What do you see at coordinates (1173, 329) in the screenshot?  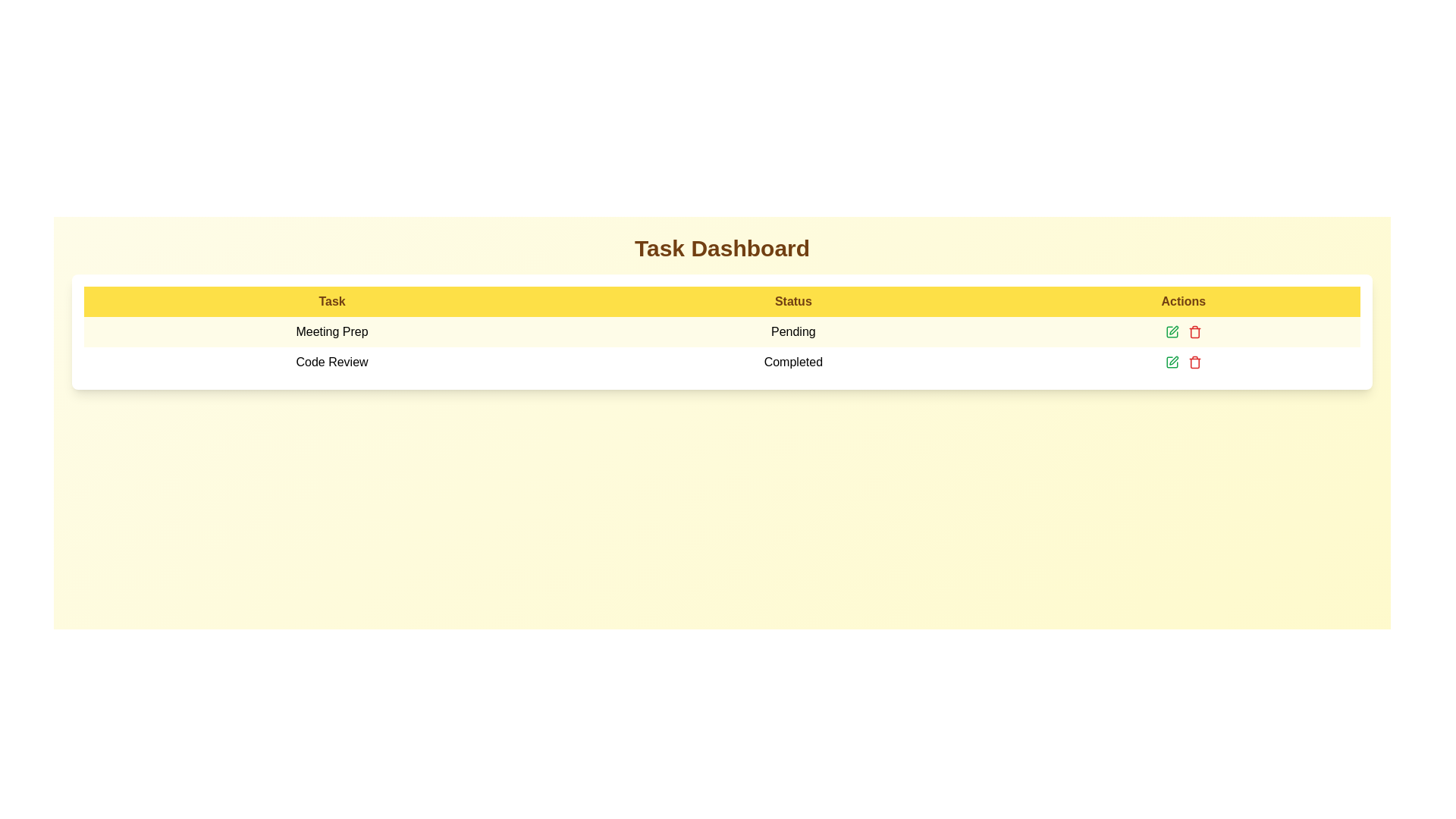 I see `the edit button located in the 'Actions' column of the second row for the task labeled 'Code Review'` at bounding box center [1173, 329].